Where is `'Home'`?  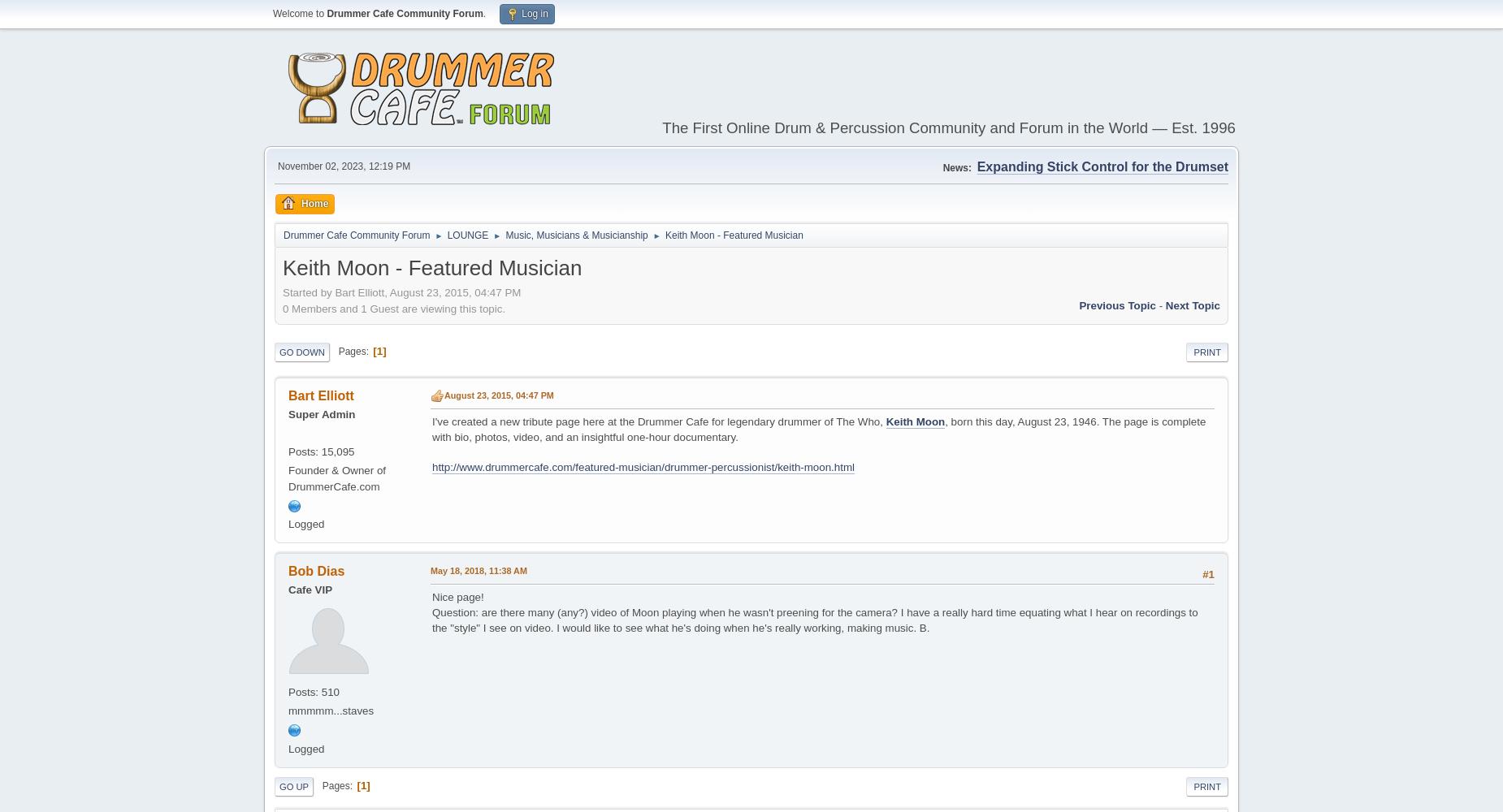 'Home' is located at coordinates (300, 203).